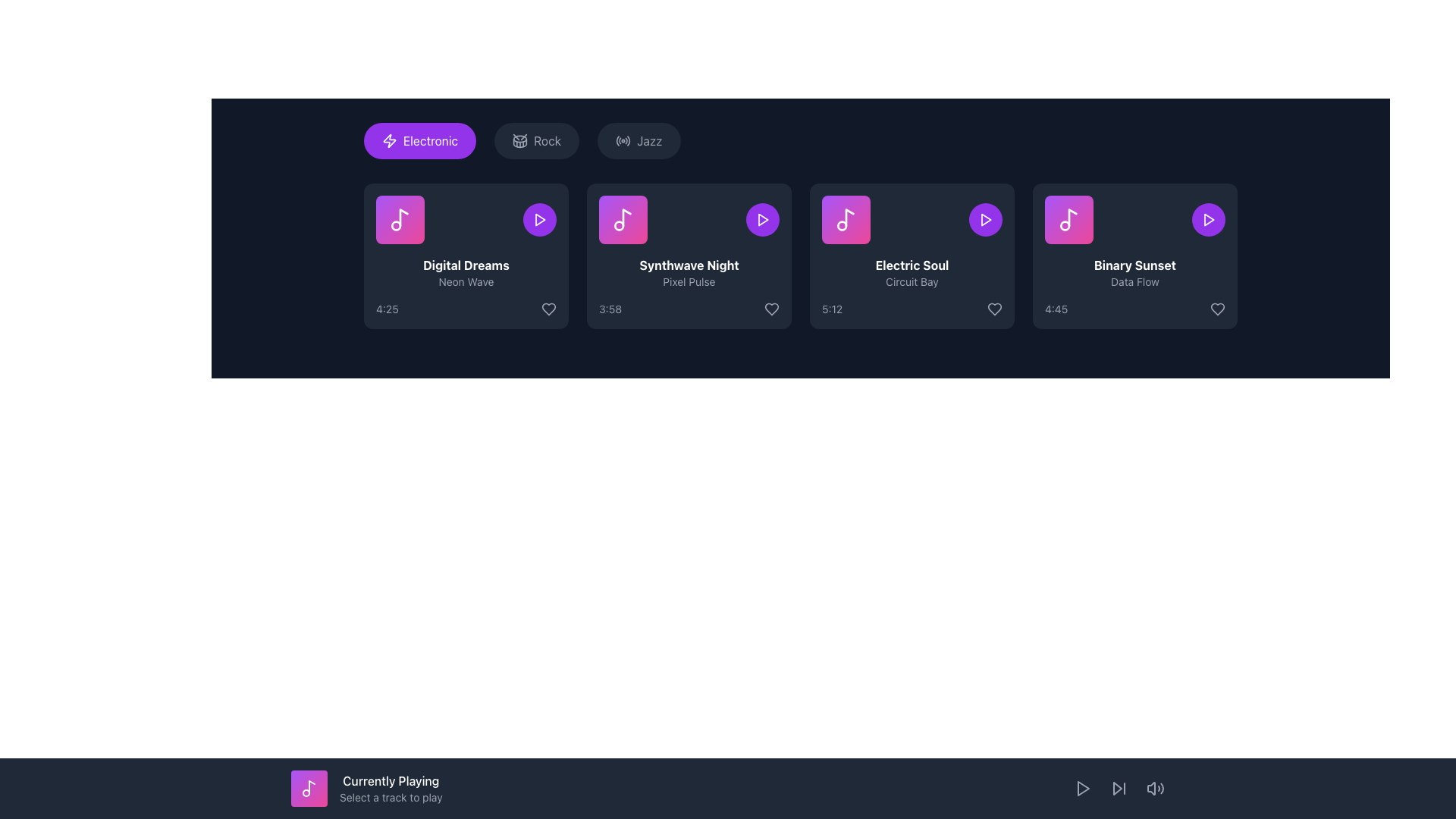  I want to click on the icon button representing the music track located on the second card in a row of music cards, which serves as a visual anchor for the track, so click(623, 219).